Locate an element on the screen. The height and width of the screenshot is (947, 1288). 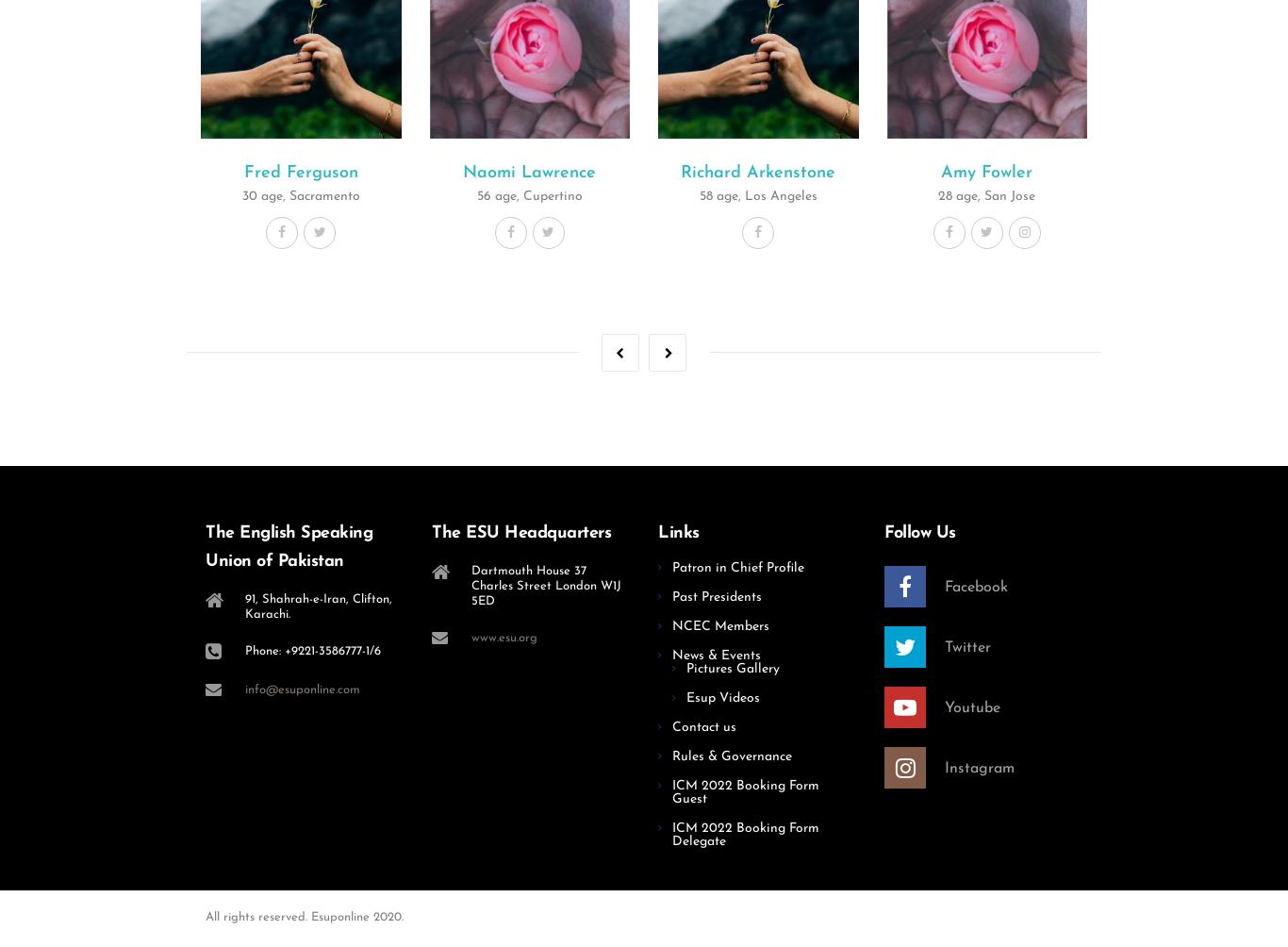
'Dartmouth House 37 Charles Street London W1J 5ED' is located at coordinates (545, 585).